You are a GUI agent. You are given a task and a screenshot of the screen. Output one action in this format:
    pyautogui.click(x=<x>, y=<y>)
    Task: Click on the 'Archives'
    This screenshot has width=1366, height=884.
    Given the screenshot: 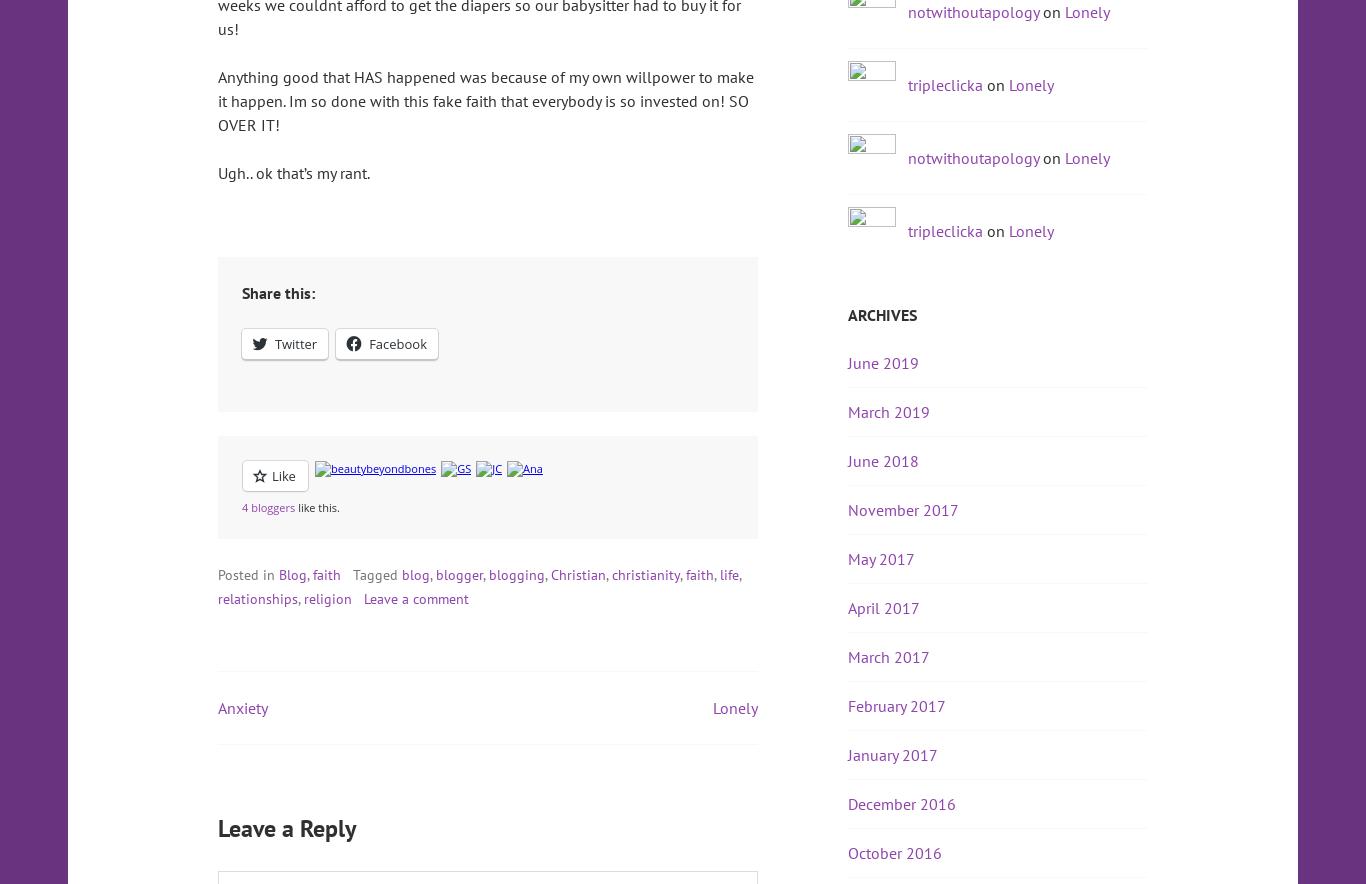 What is the action you would take?
    pyautogui.click(x=881, y=314)
    